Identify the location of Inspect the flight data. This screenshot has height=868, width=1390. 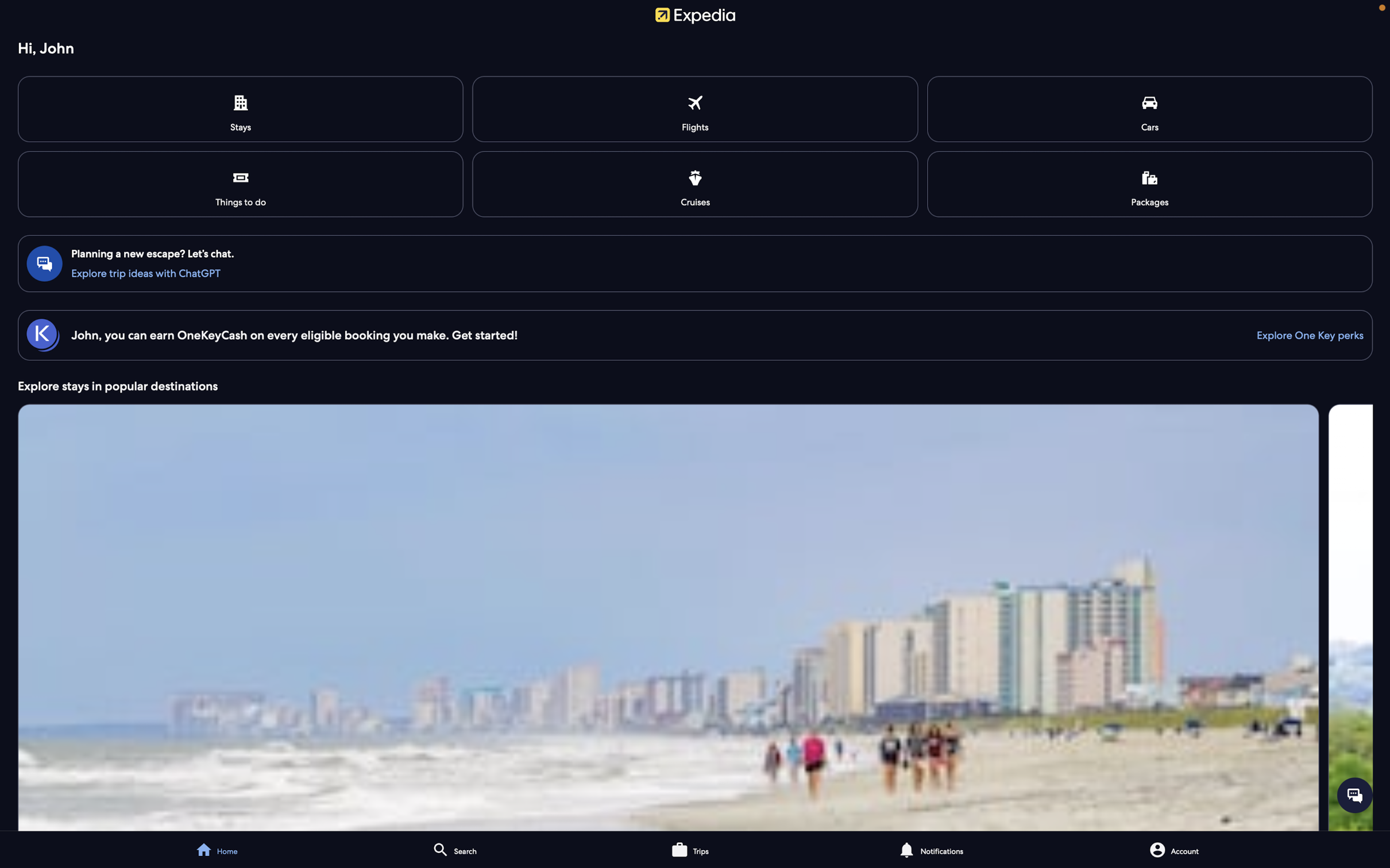
(696, 109).